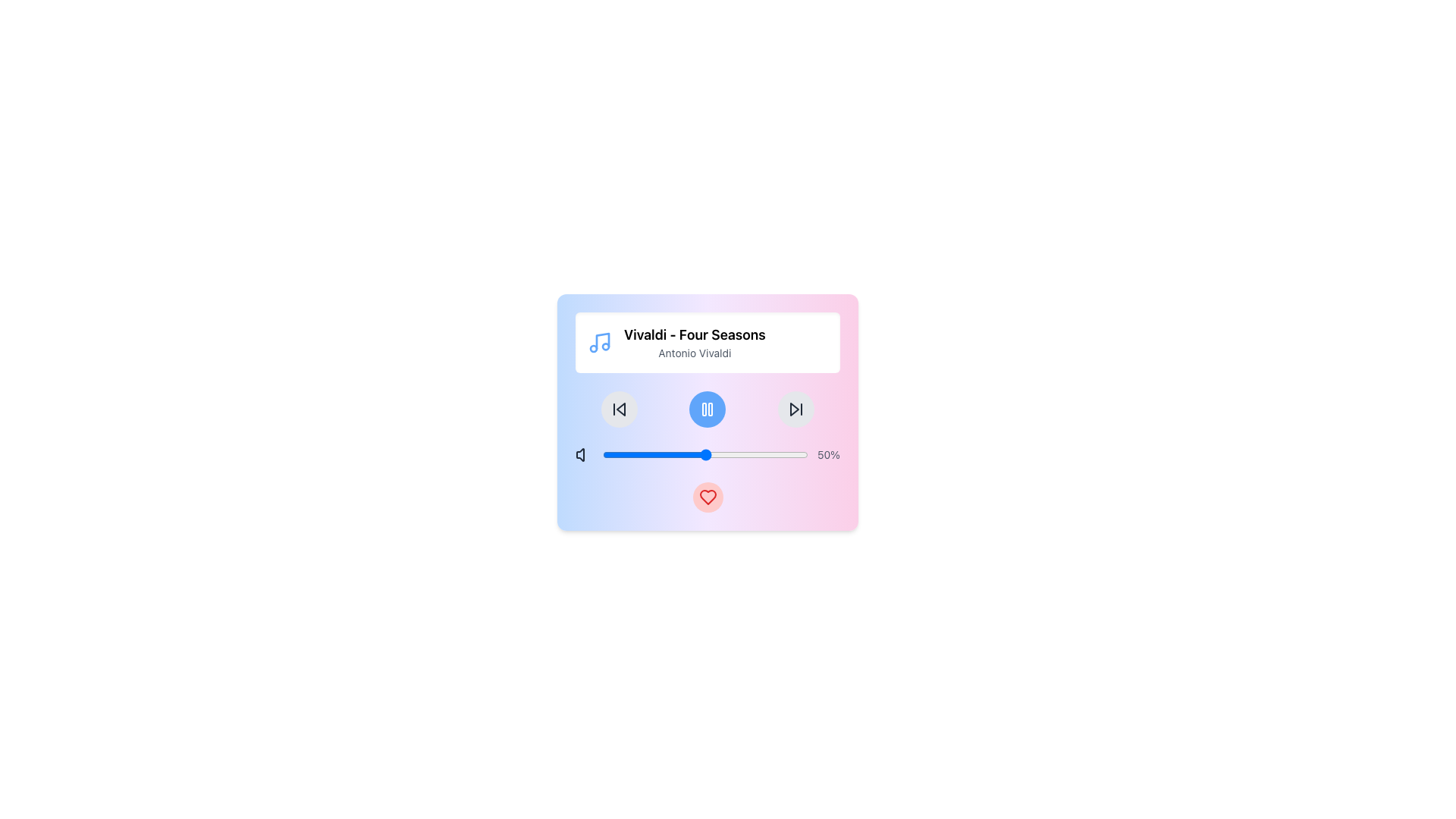 This screenshot has width=1456, height=819. What do you see at coordinates (828, 454) in the screenshot?
I see `the text label displaying '50%' in light gray color located in the bottom right section of the media player interface` at bounding box center [828, 454].